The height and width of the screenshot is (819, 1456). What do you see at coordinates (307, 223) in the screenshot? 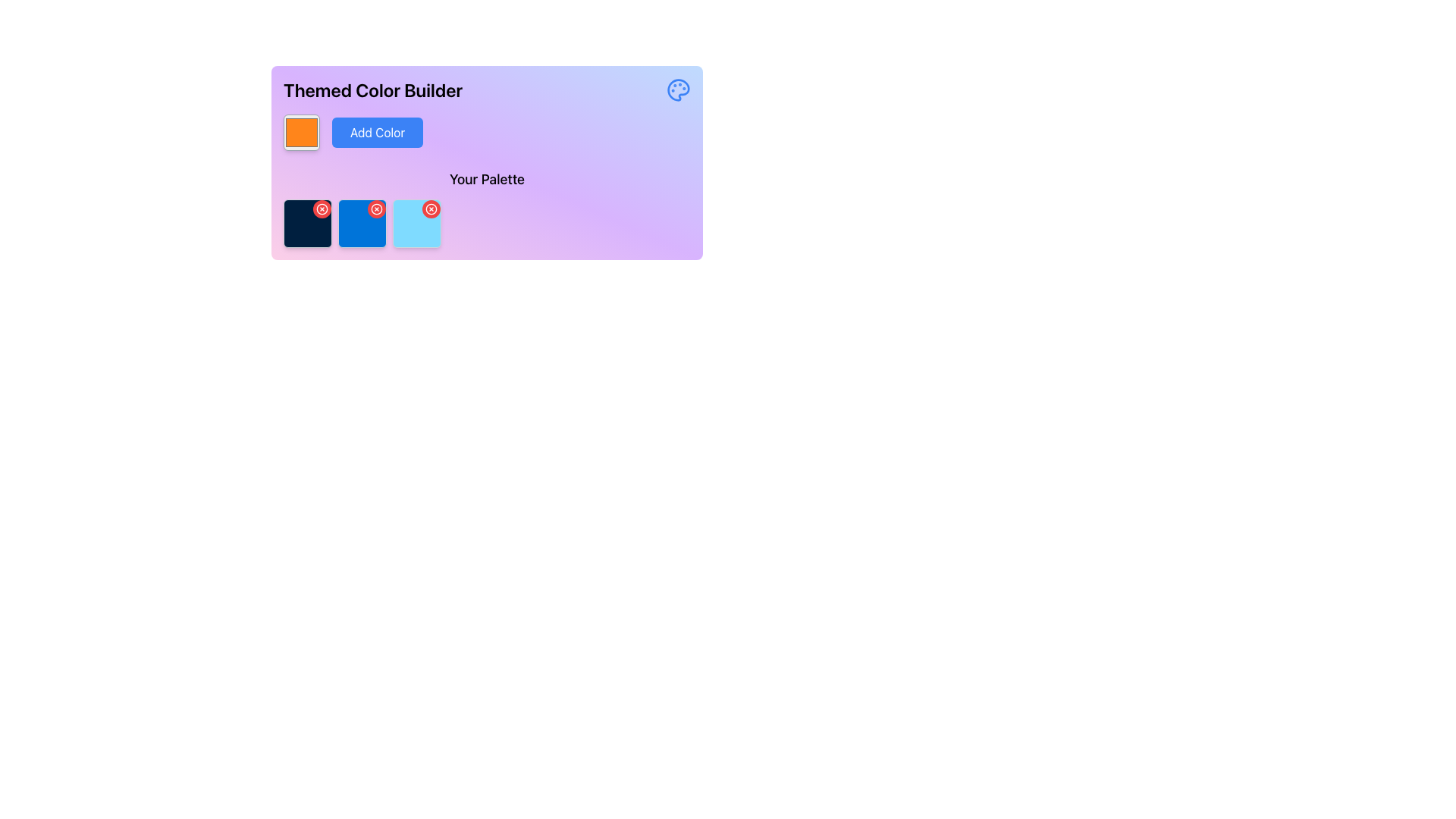
I see `the first dark blue color block in 'Your Palette'` at bounding box center [307, 223].